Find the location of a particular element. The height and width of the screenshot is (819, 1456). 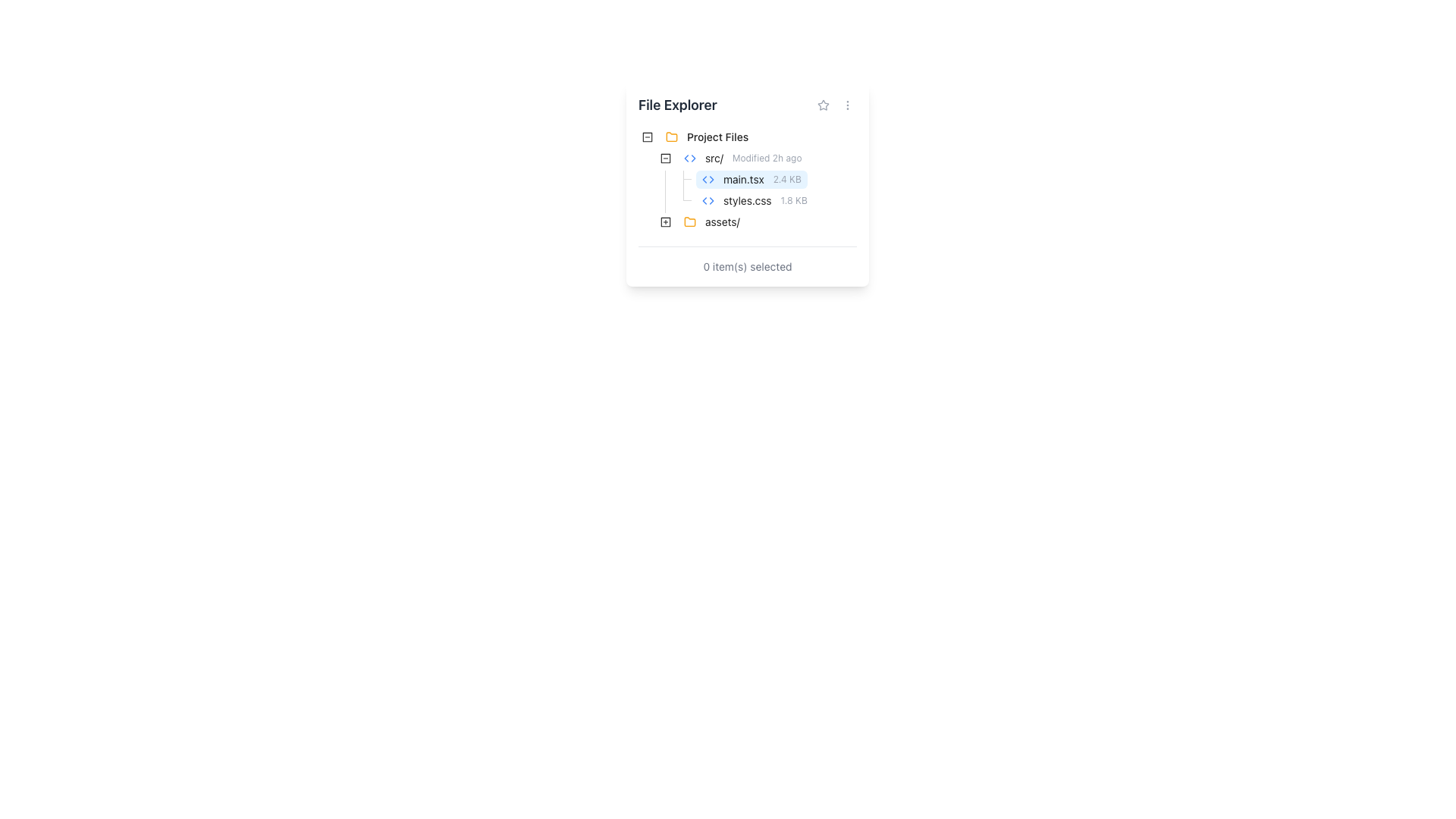

the 'assets/' folder node in the tree view is located at coordinates (711, 222).